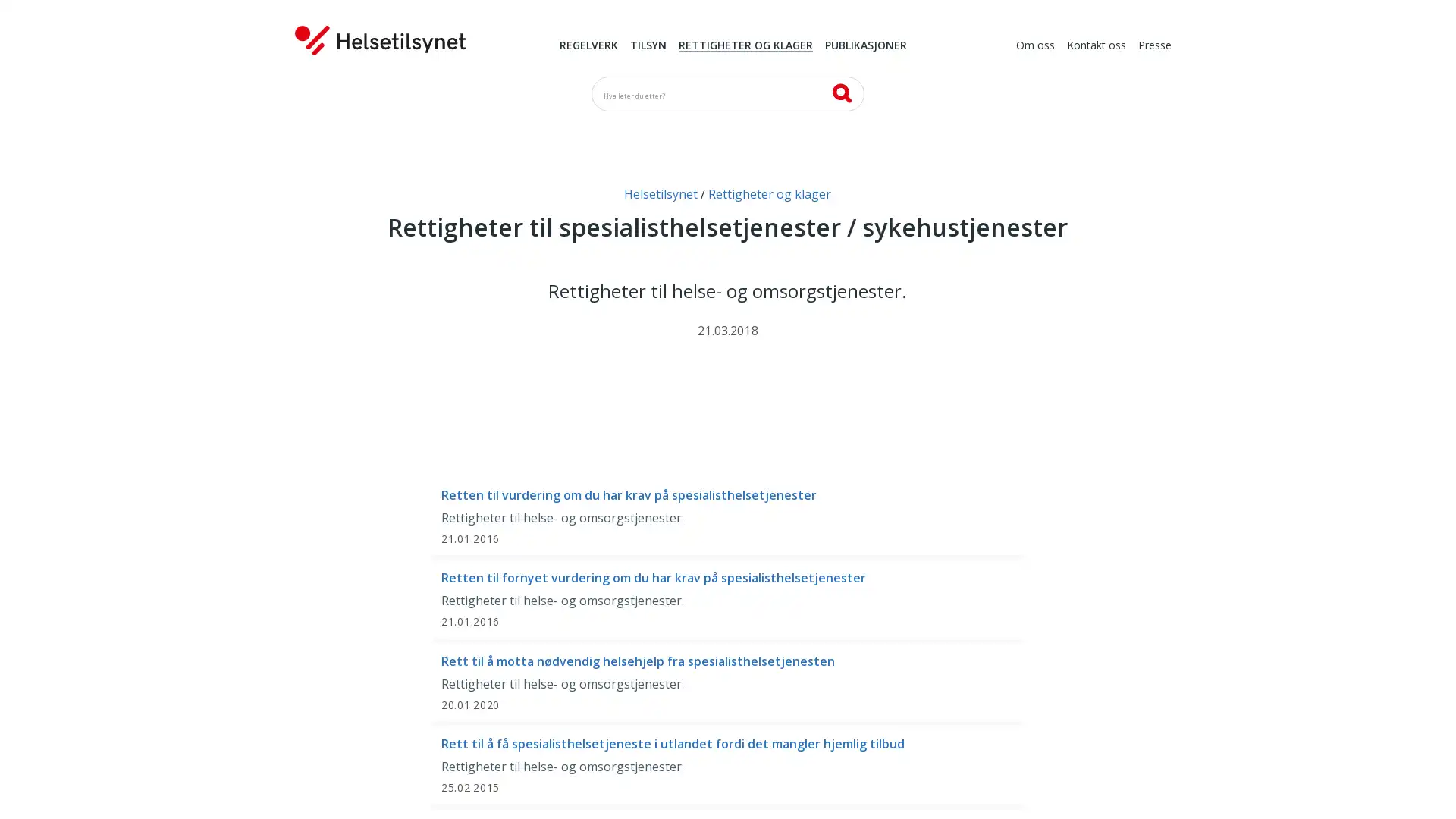 The height and width of the screenshot is (819, 1456). I want to click on SK, so click(840, 93).